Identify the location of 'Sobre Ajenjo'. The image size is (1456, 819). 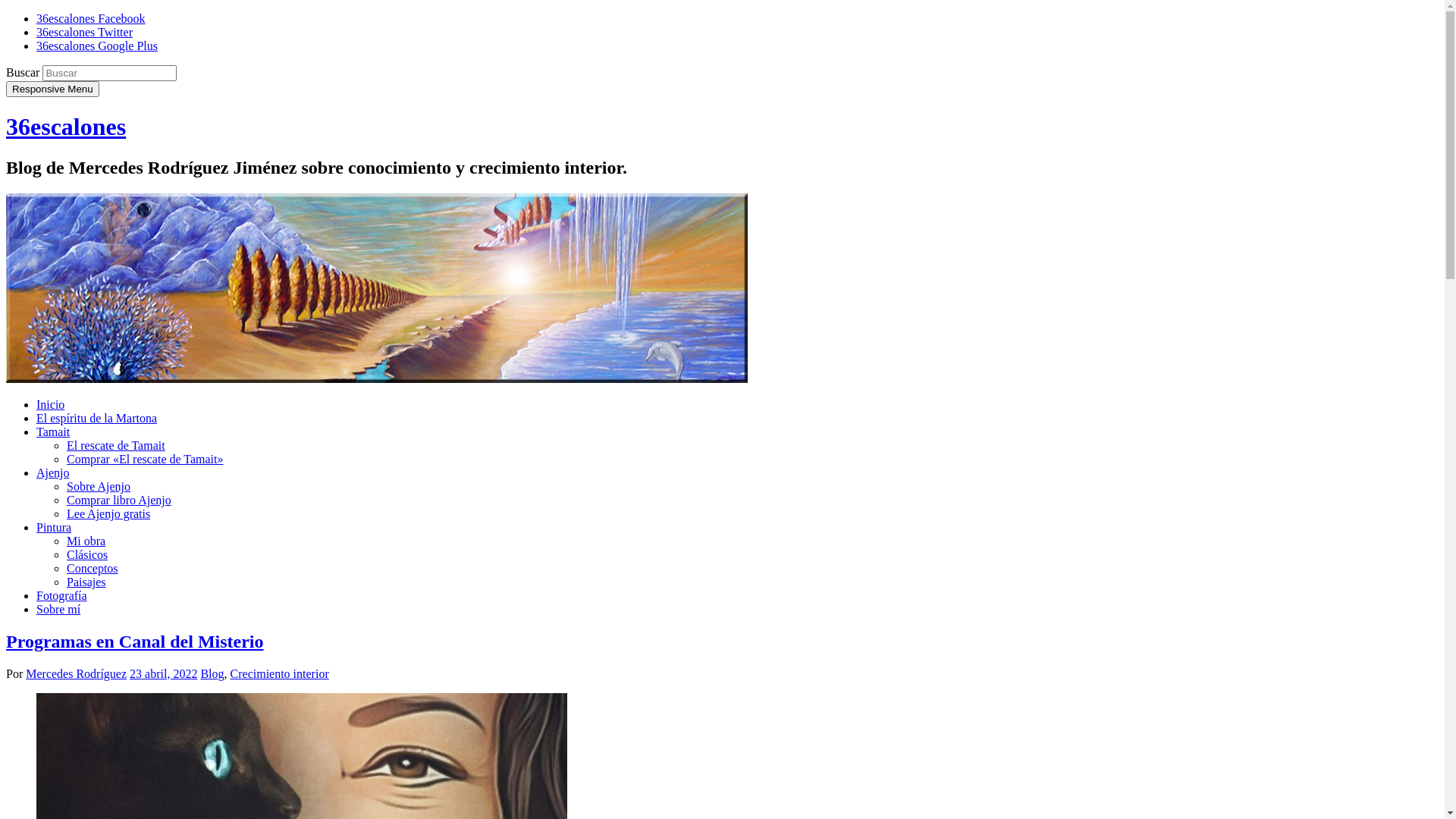
(97, 486).